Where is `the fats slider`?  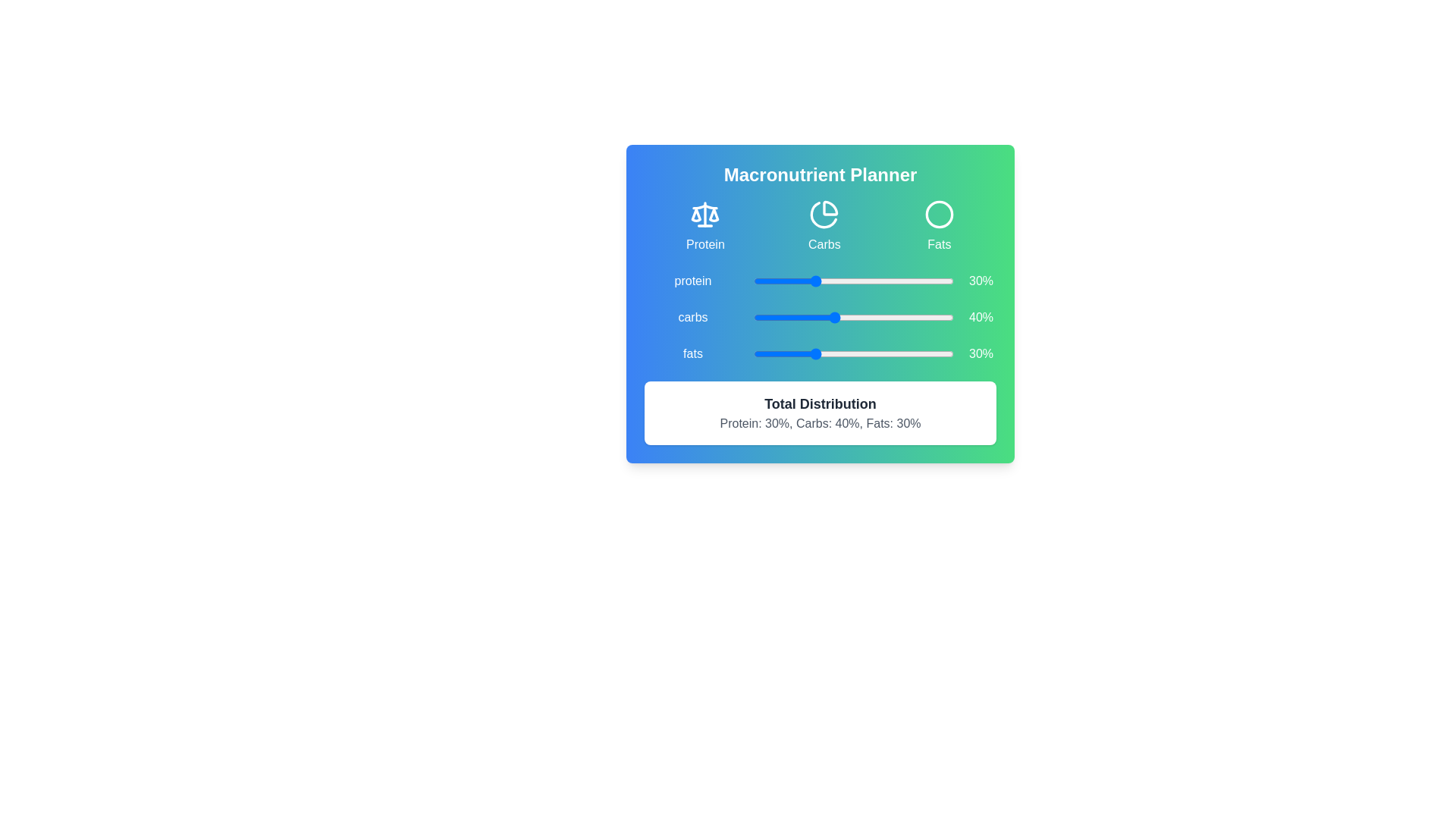
the fats slider is located at coordinates (903, 353).